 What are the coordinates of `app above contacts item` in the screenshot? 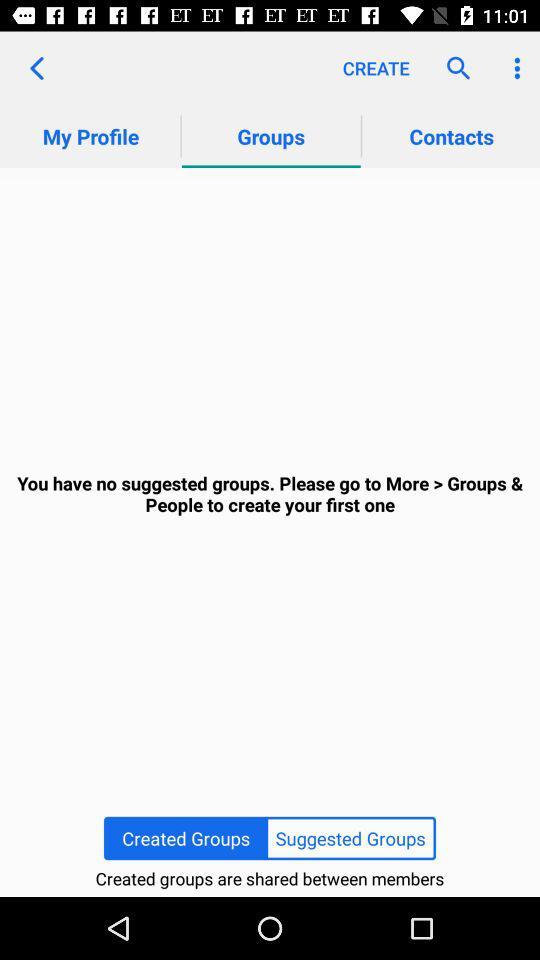 It's located at (453, 68).